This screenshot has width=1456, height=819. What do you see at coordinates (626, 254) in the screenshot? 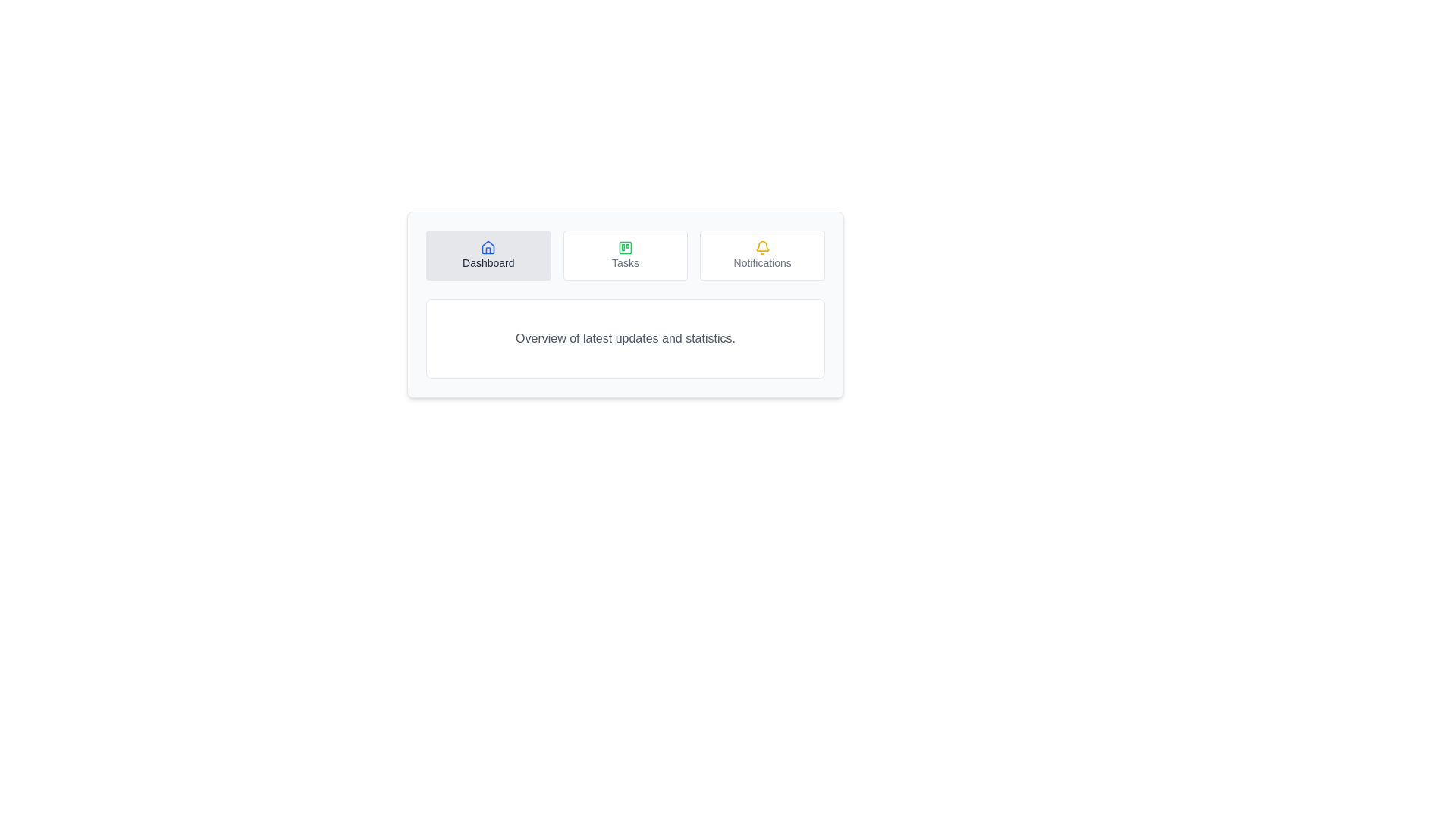
I see `the Tasks tab button to see its hover effect` at bounding box center [626, 254].